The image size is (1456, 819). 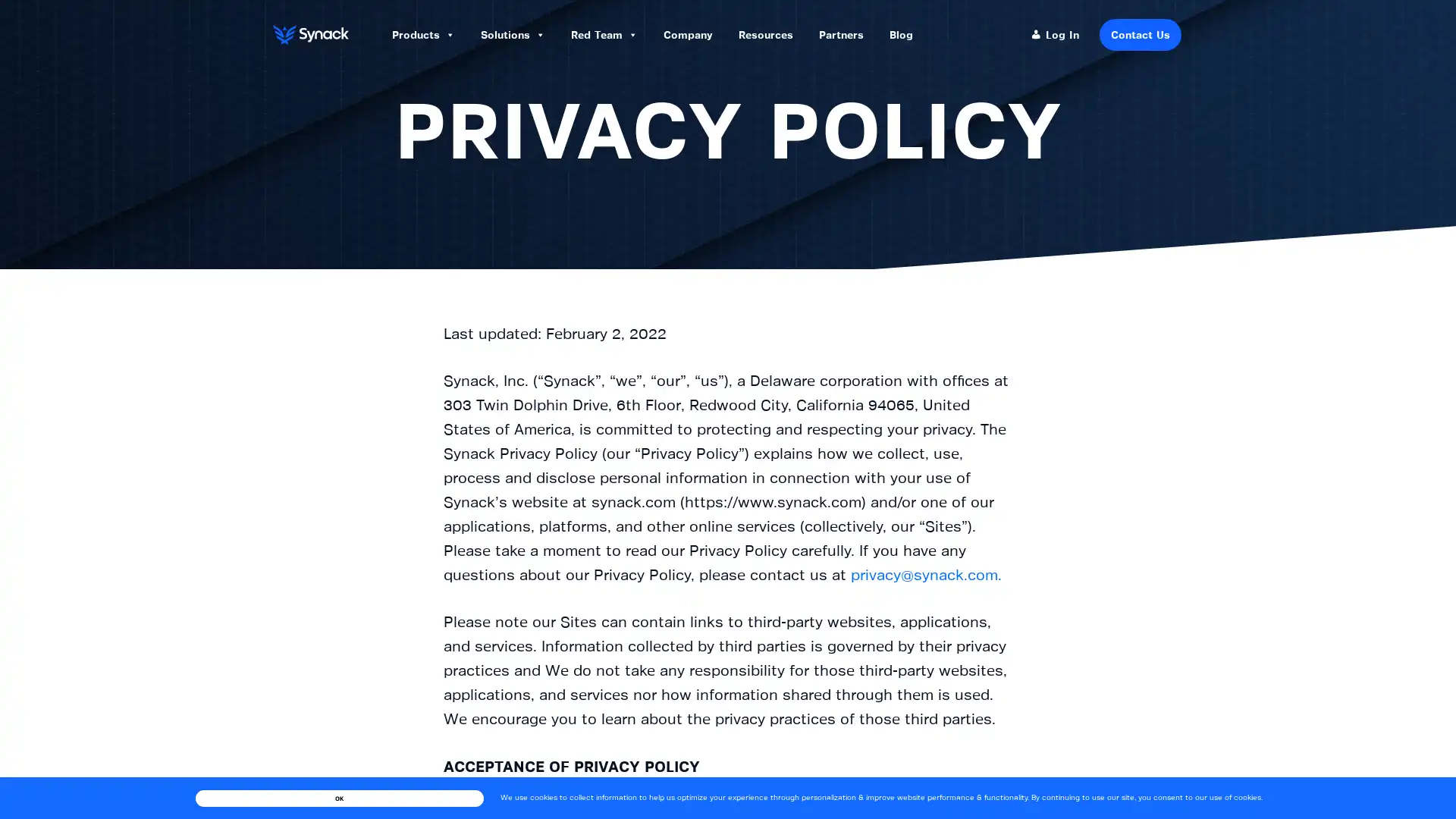 I want to click on OK, so click(x=337, y=797).